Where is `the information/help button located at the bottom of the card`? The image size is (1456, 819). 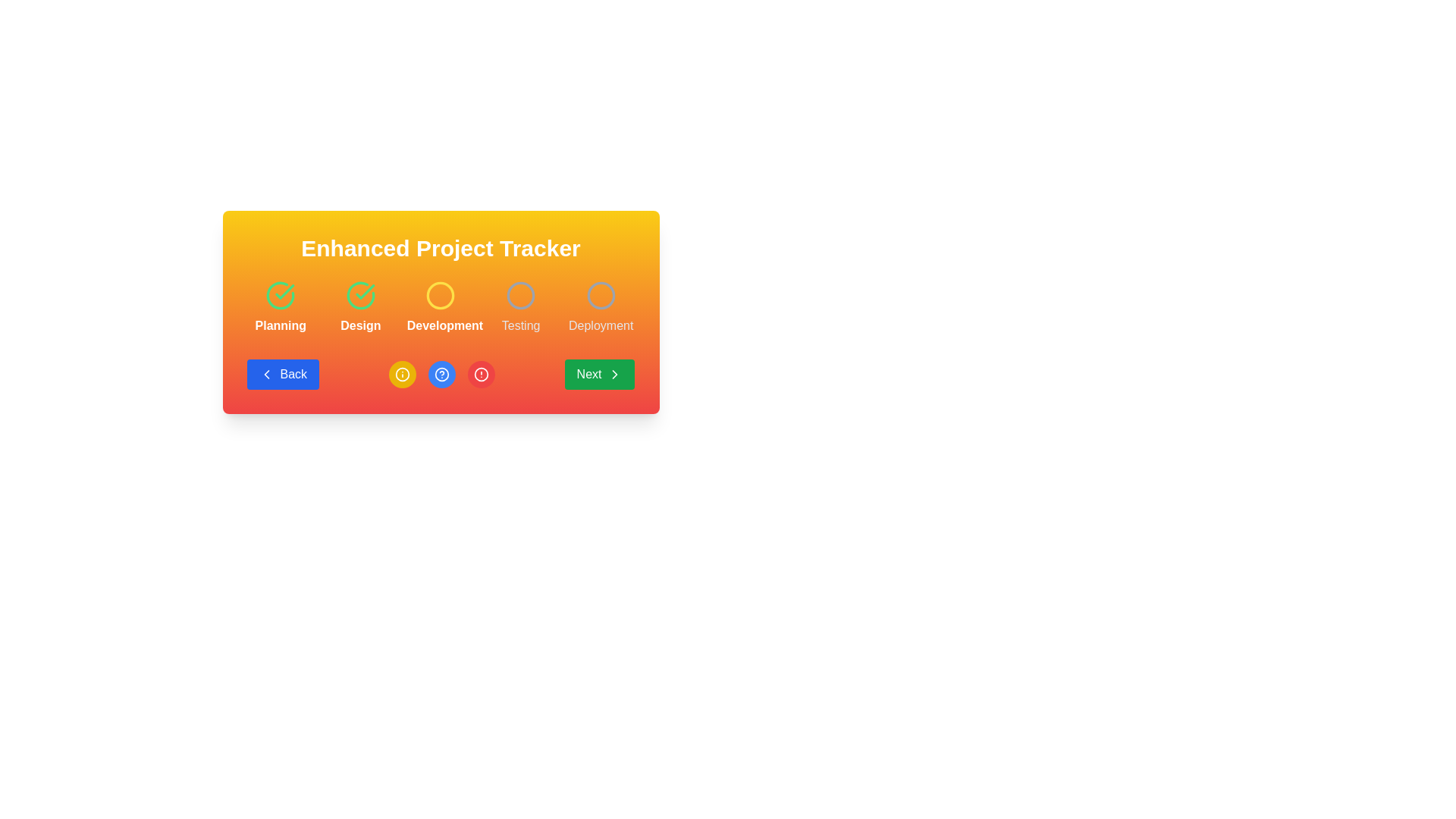
the information/help button located at the bottom of the card is located at coordinates (402, 374).